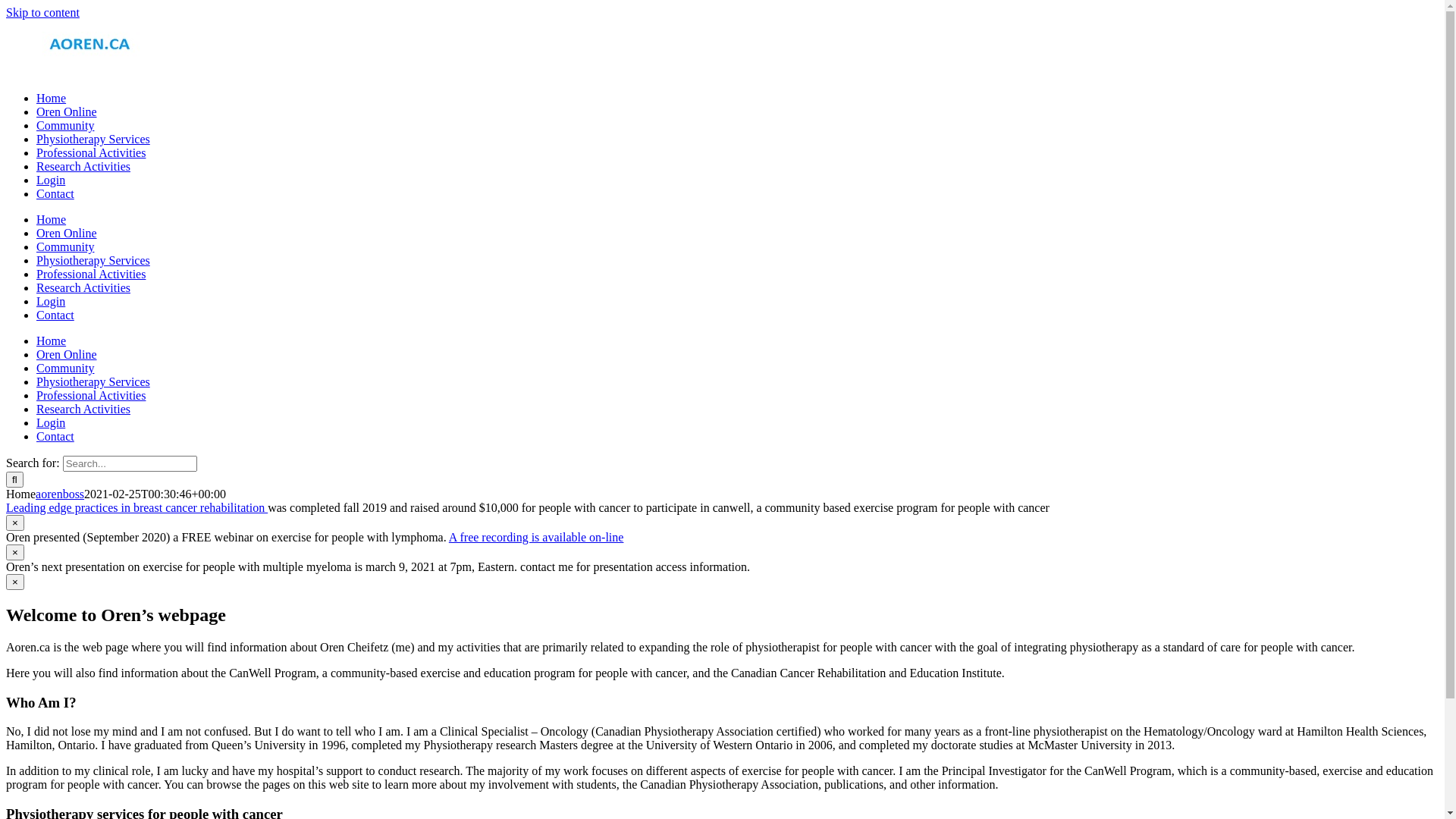 This screenshot has height=819, width=1456. Describe the element at coordinates (536, 536) in the screenshot. I see `'A free recording is available on-line'` at that location.